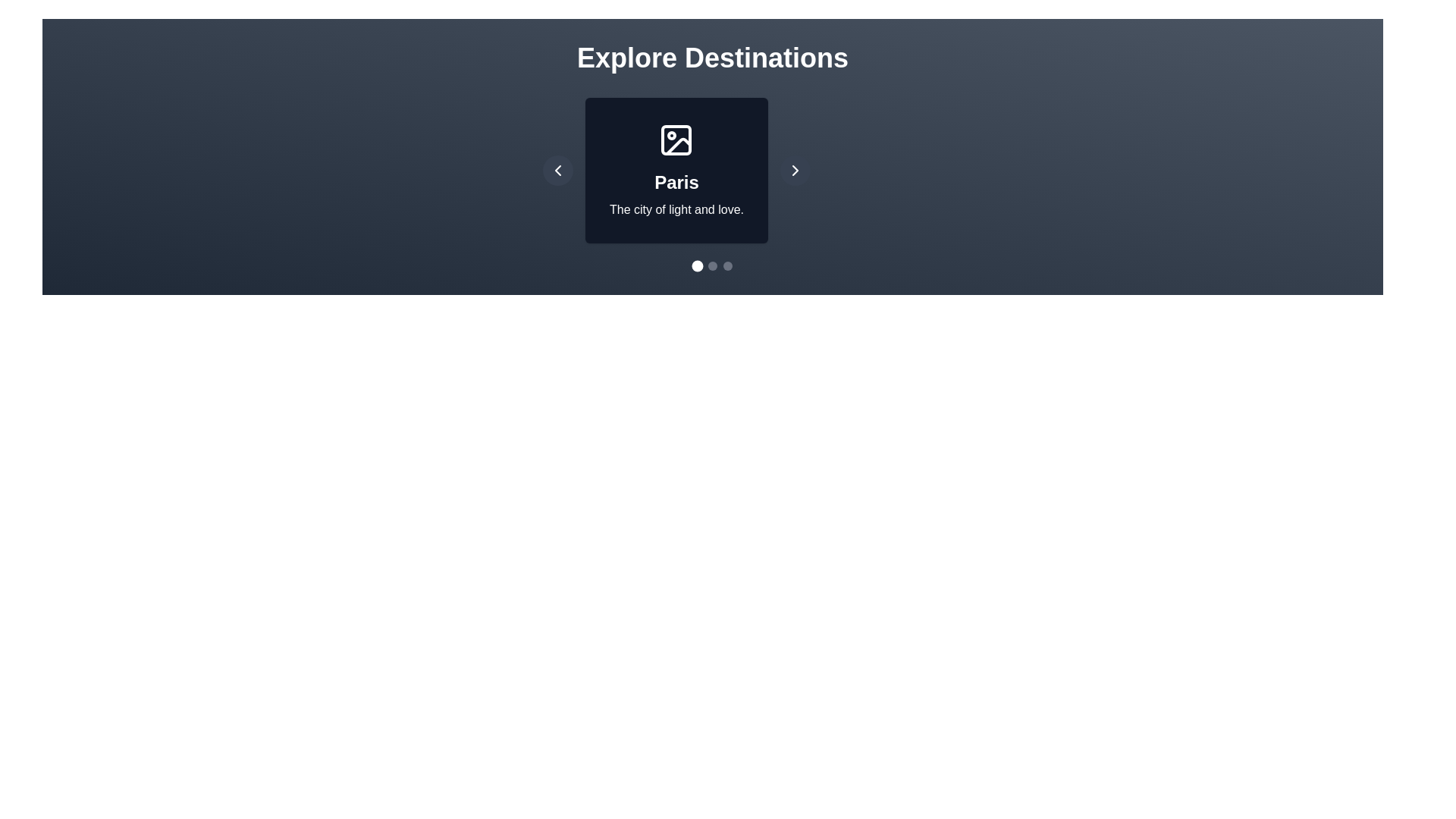  Describe the element at coordinates (712, 265) in the screenshot. I see `the dot corresponding to destination 1` at that location.